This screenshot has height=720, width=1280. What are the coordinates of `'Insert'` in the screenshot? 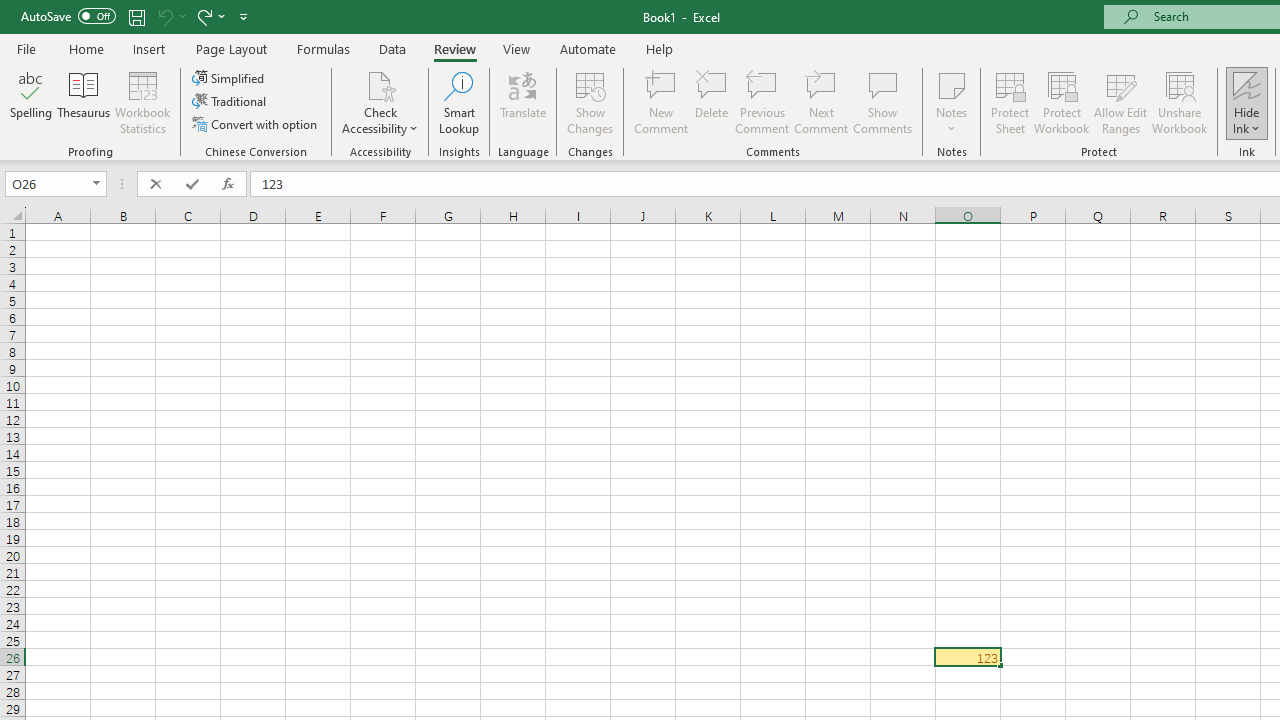 It's located at (148, 48).